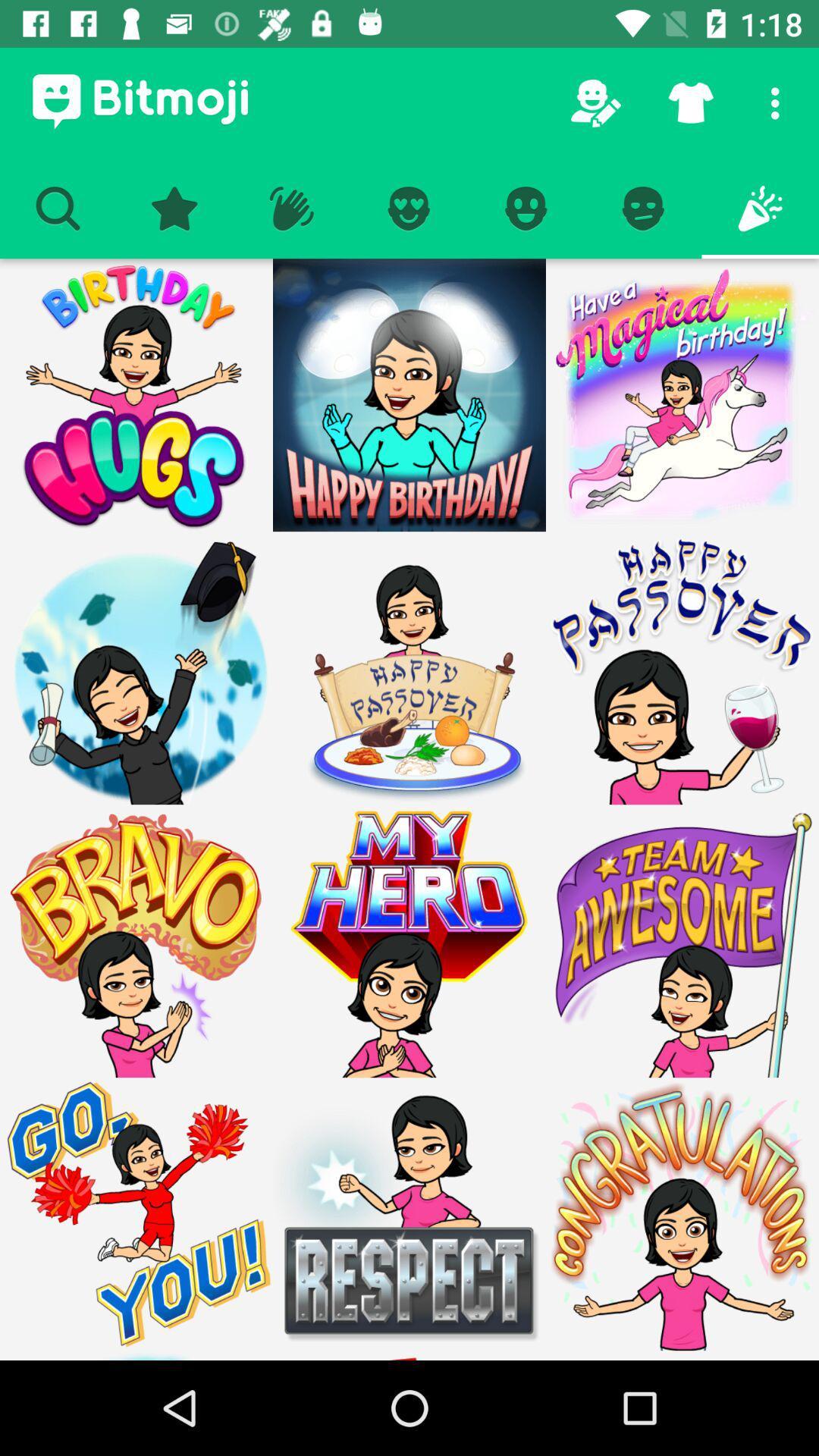 This screenshot has height=1456, width=819. What do you see at coordinates (681, 395) in the screenshot?
I see `bitmoji image` at bounding box center [681, 395].